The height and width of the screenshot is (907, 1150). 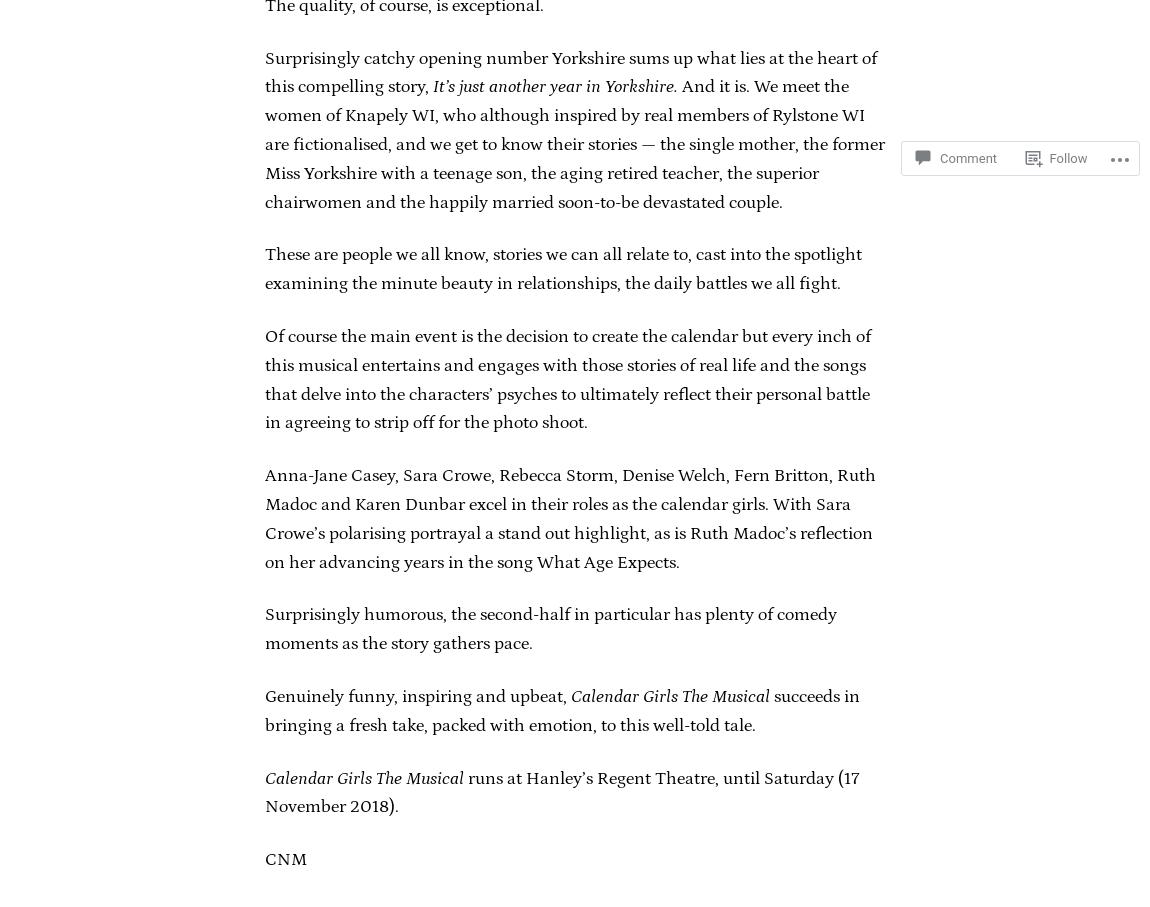 What do you see at coordinates (555, 85) in the screenshot?
I see `'It’s just another year in Yorkshire.'` at bounding box center [555, 85].